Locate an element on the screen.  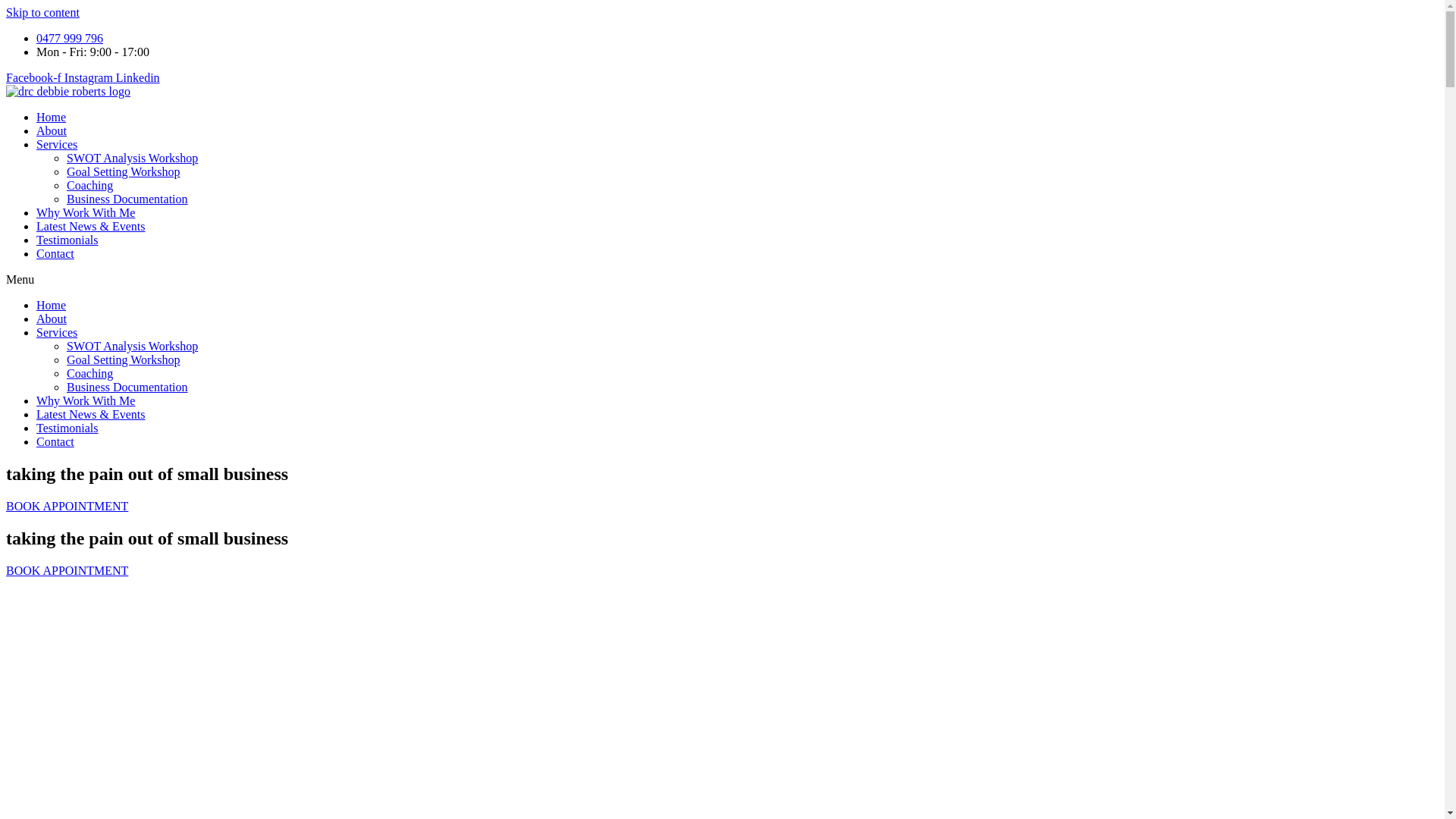
'Services' is located at coordinates (57, 331).